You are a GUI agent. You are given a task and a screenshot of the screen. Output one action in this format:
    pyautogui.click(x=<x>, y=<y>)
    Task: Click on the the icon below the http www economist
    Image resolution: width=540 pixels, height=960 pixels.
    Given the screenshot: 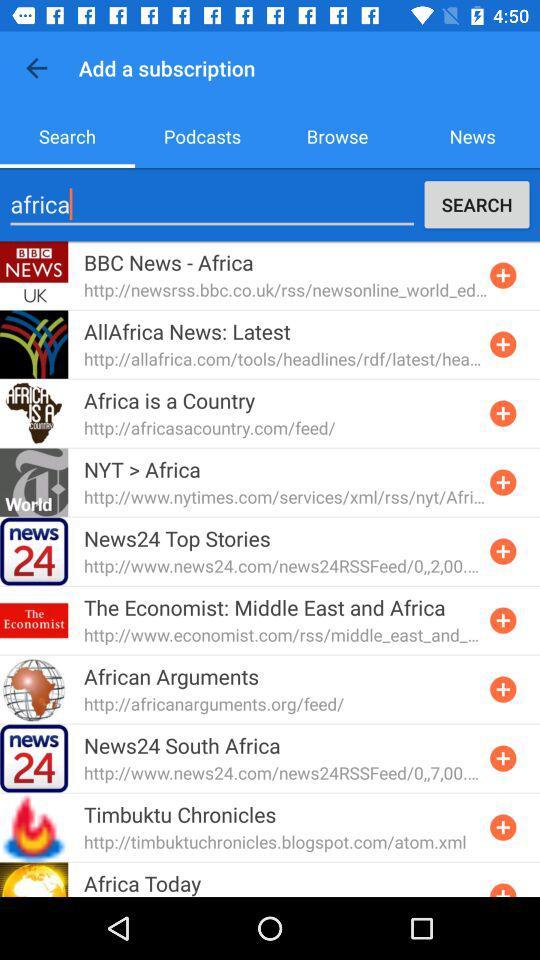 What is the action you would take?
    pyautogui.click(x=171, y=676)
    